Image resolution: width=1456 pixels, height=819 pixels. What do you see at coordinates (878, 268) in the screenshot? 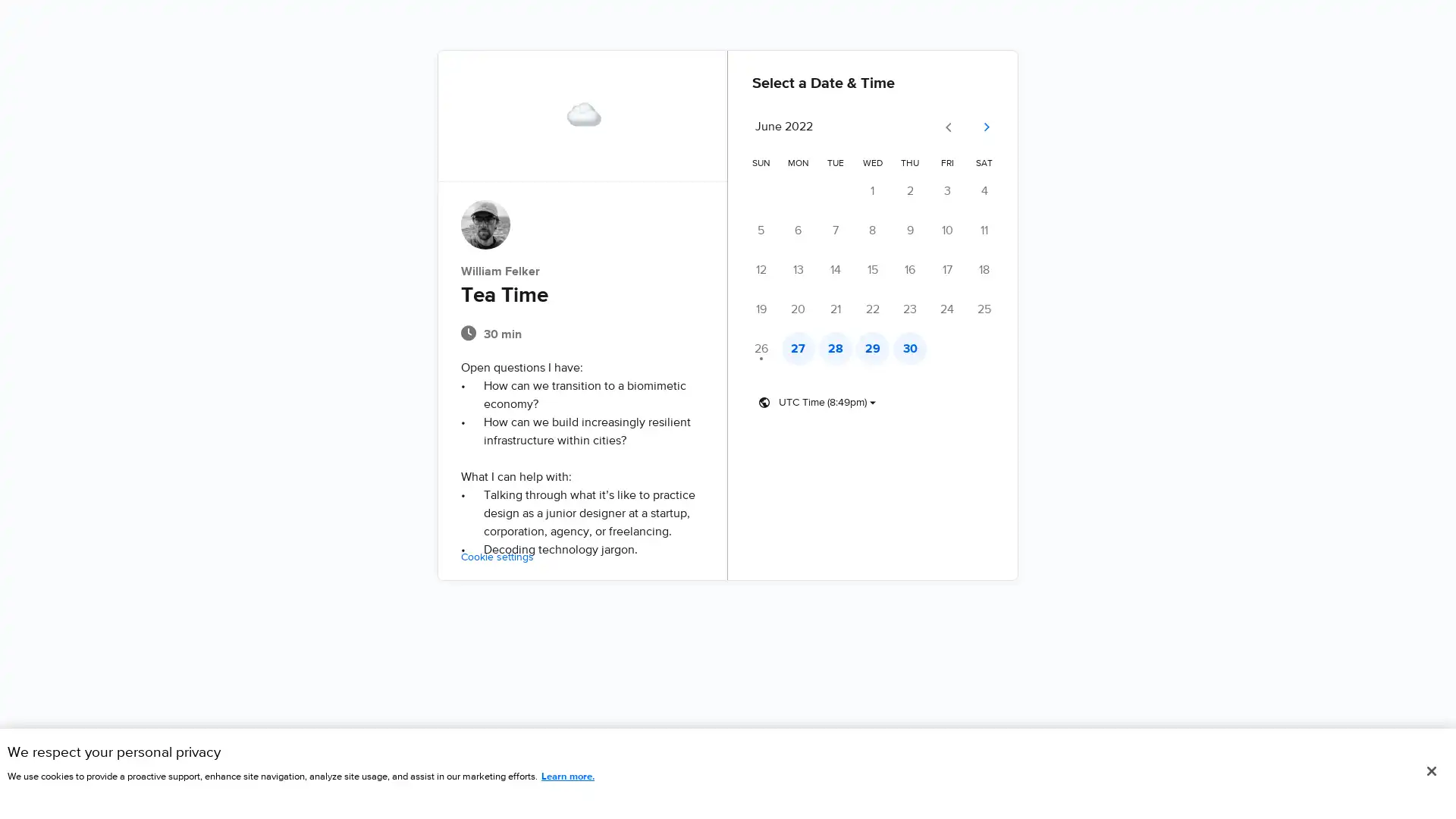
I see `Wednesday, June 15 - No times available` at bounding box center [878, 268].